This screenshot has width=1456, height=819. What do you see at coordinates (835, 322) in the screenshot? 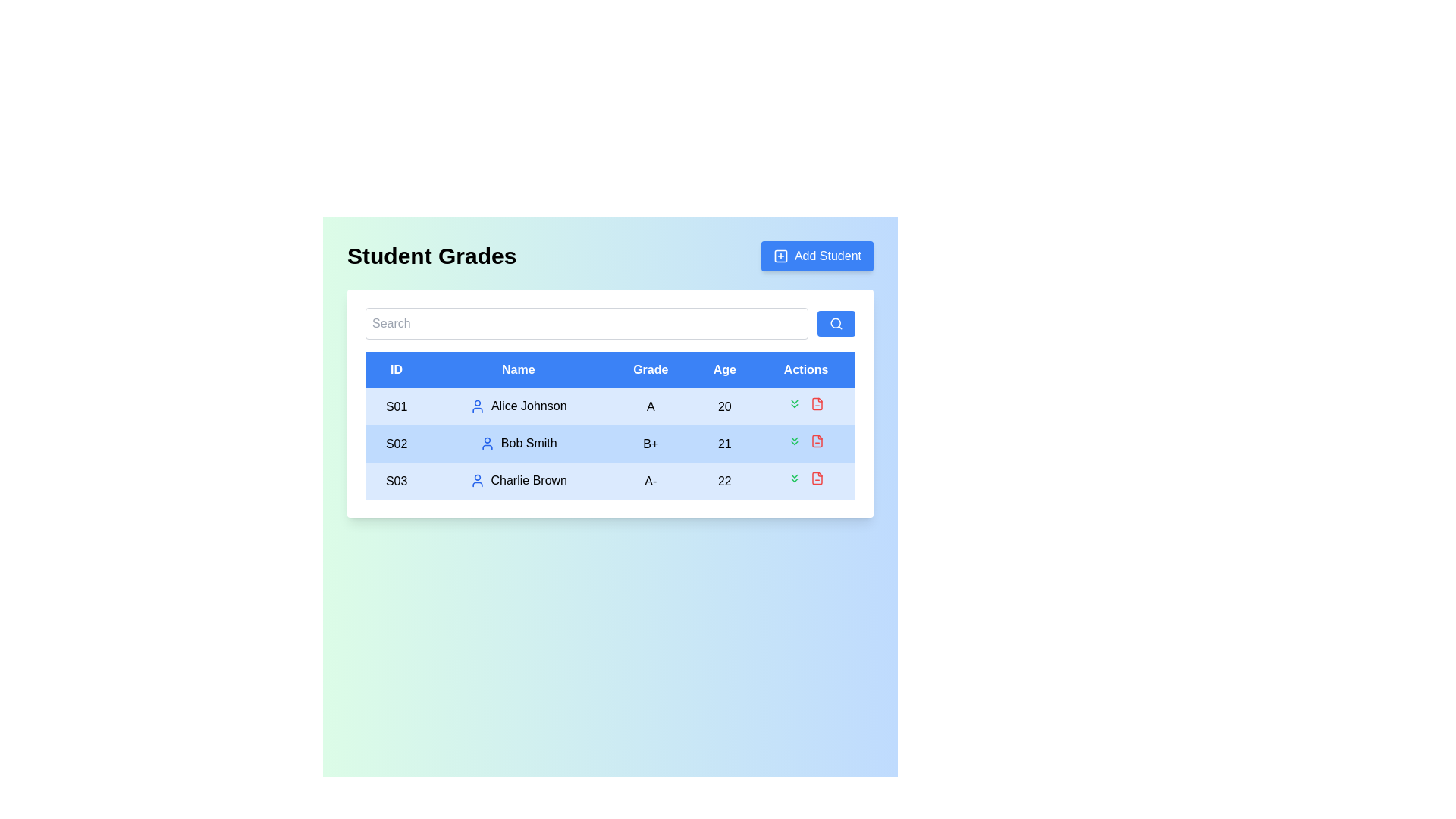
I see `the SVG circle element that forms the lens portion of the search icon located at the upper-right corner of the table's header, beside the search bar` at bounding box center [835, 322].